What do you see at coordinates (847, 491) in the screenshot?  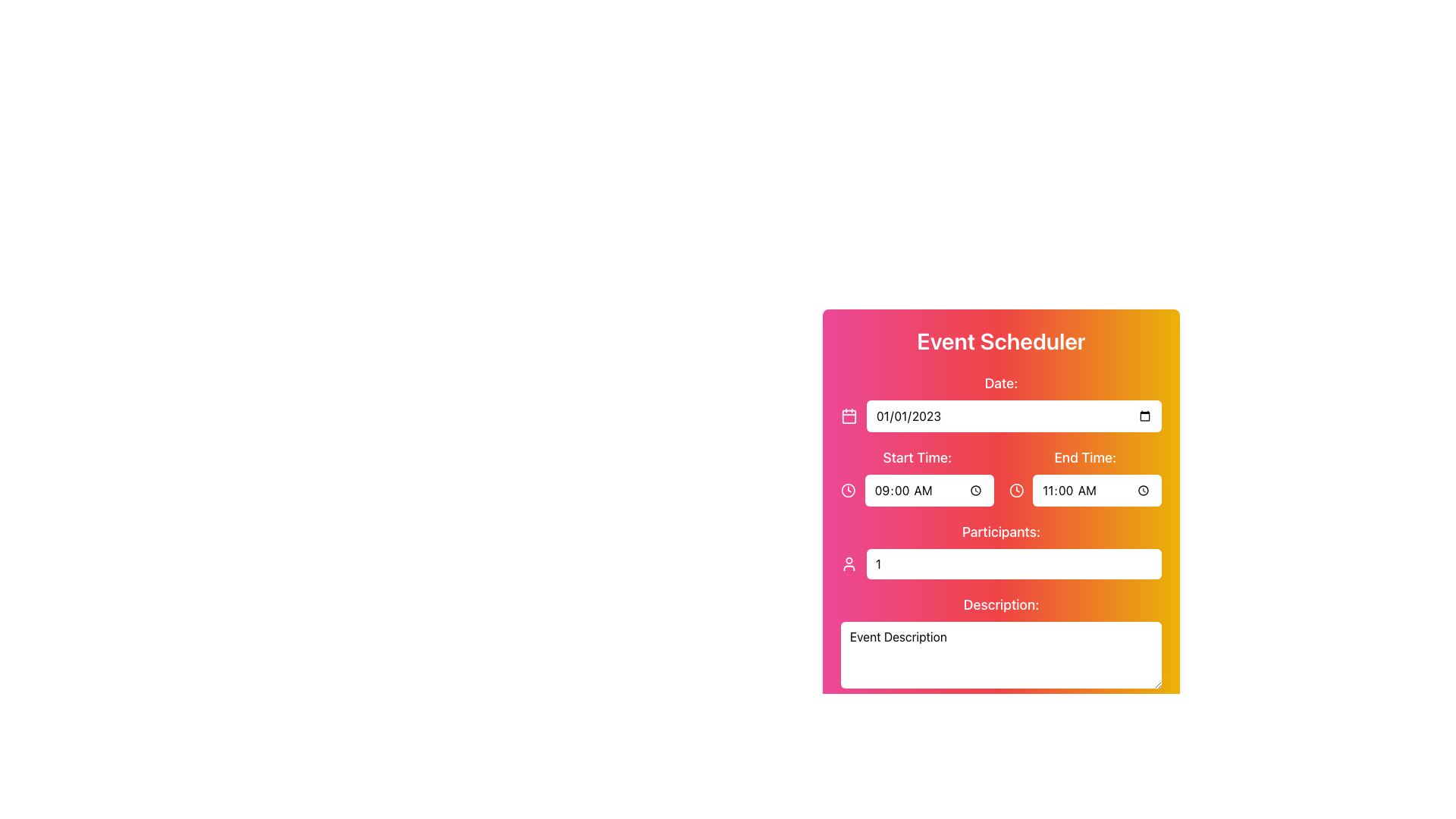 I see `the circular clock icon located to the left of the '09:00 AM' time input field in the 'Start Time' section of the 'Event Scheduler' form` at bounding box center [847, 491].